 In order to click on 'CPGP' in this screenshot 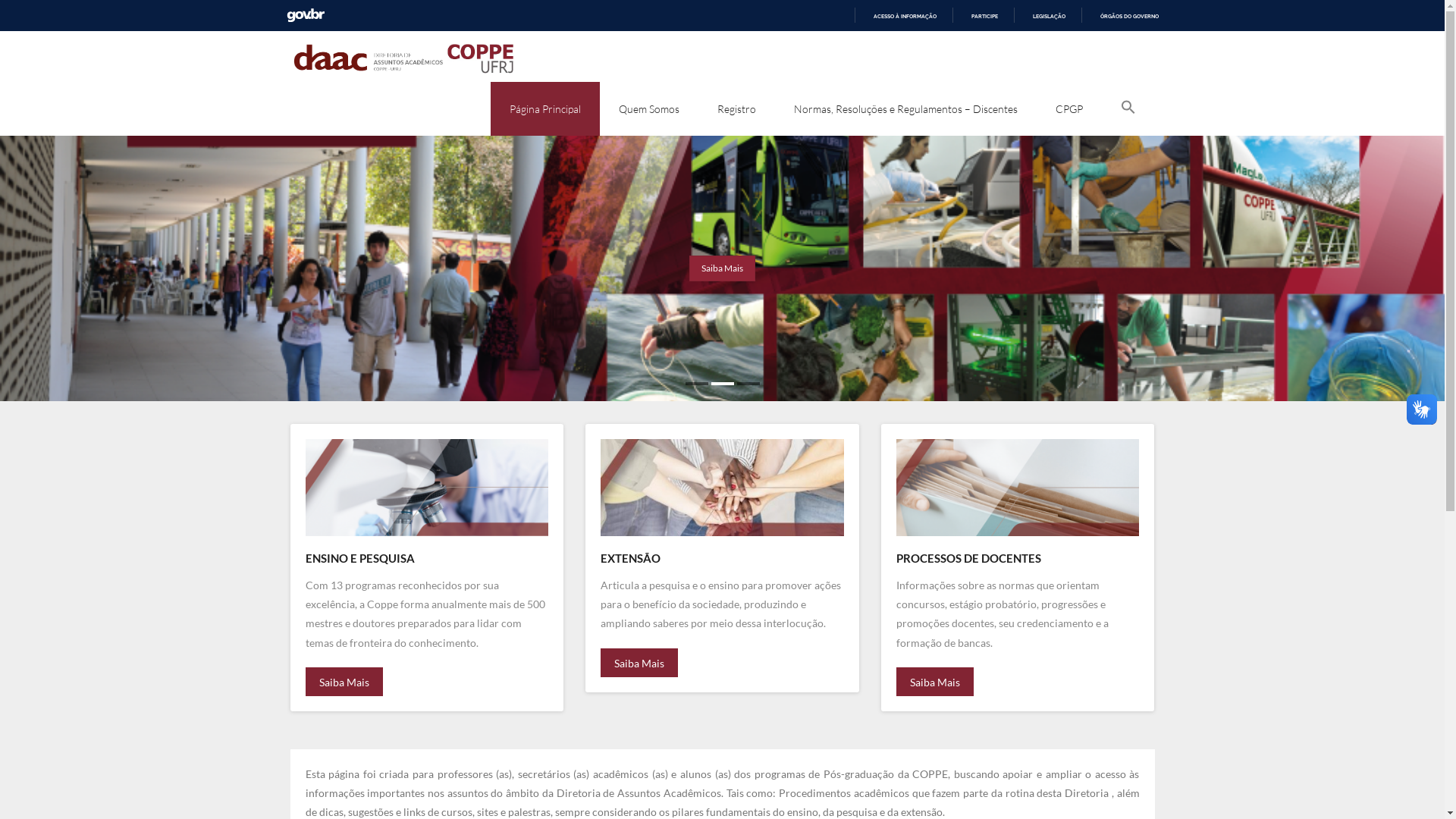, I will do `click(1035, 108)`.